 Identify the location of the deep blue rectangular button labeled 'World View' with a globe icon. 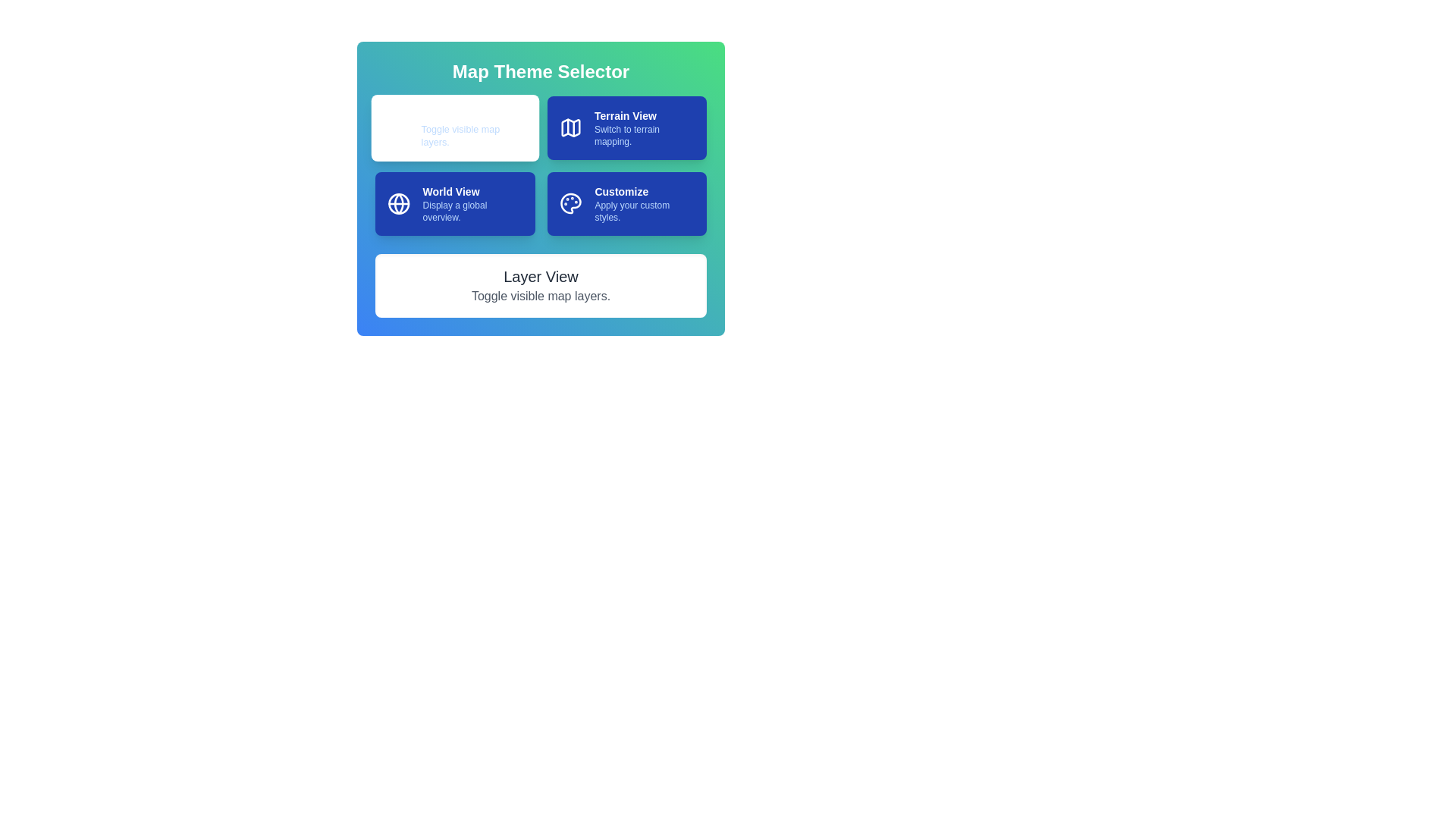
(454, 203).